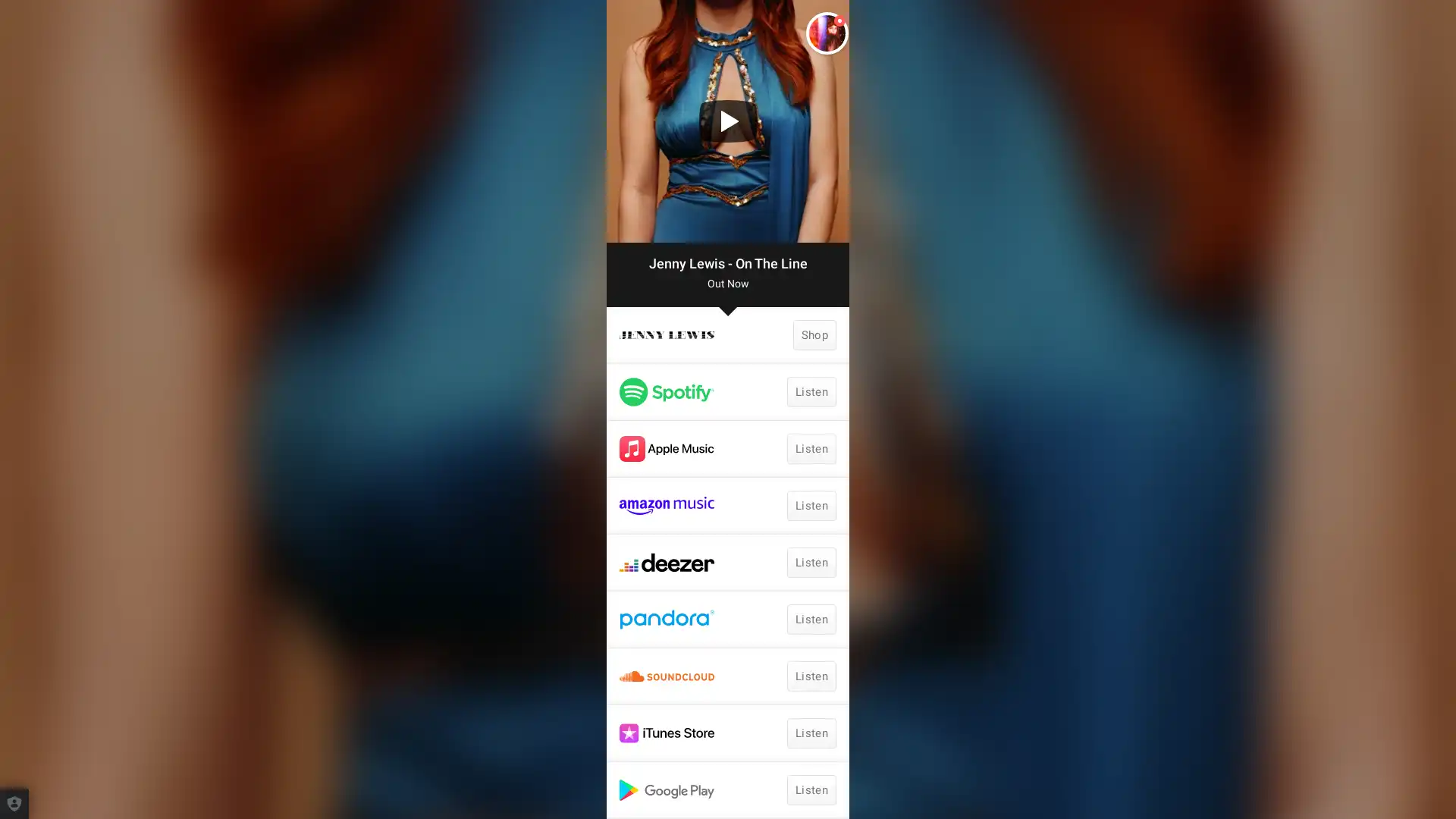  What do you see at coordinates (814, 334) in the screenshot?
I see `Shop` at bounding box center [814, 334].